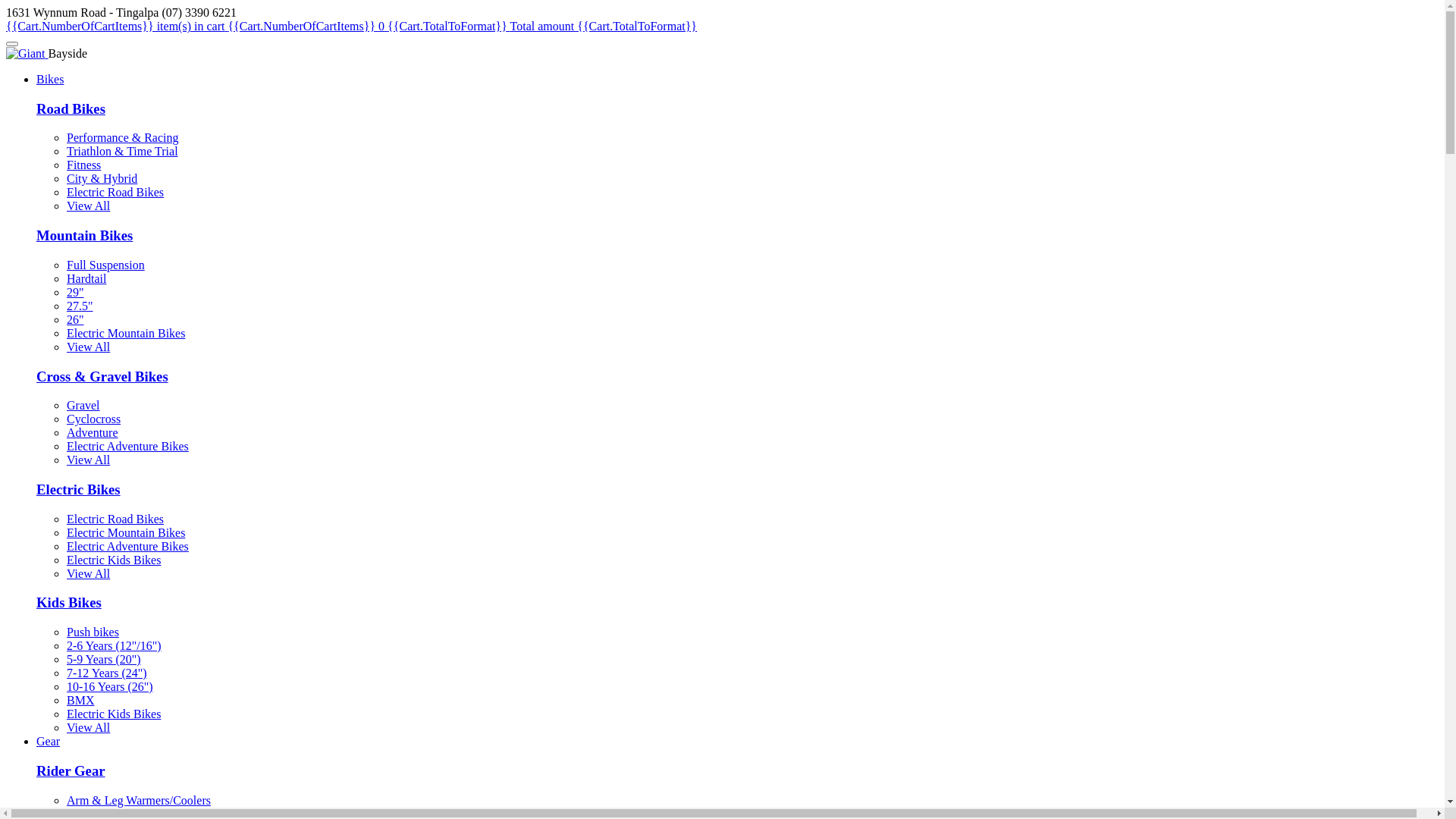 The image size is (1456, 819). Describe the element at coordinates (79, 700) in the screenshot. I see `'BMX'` at that location.